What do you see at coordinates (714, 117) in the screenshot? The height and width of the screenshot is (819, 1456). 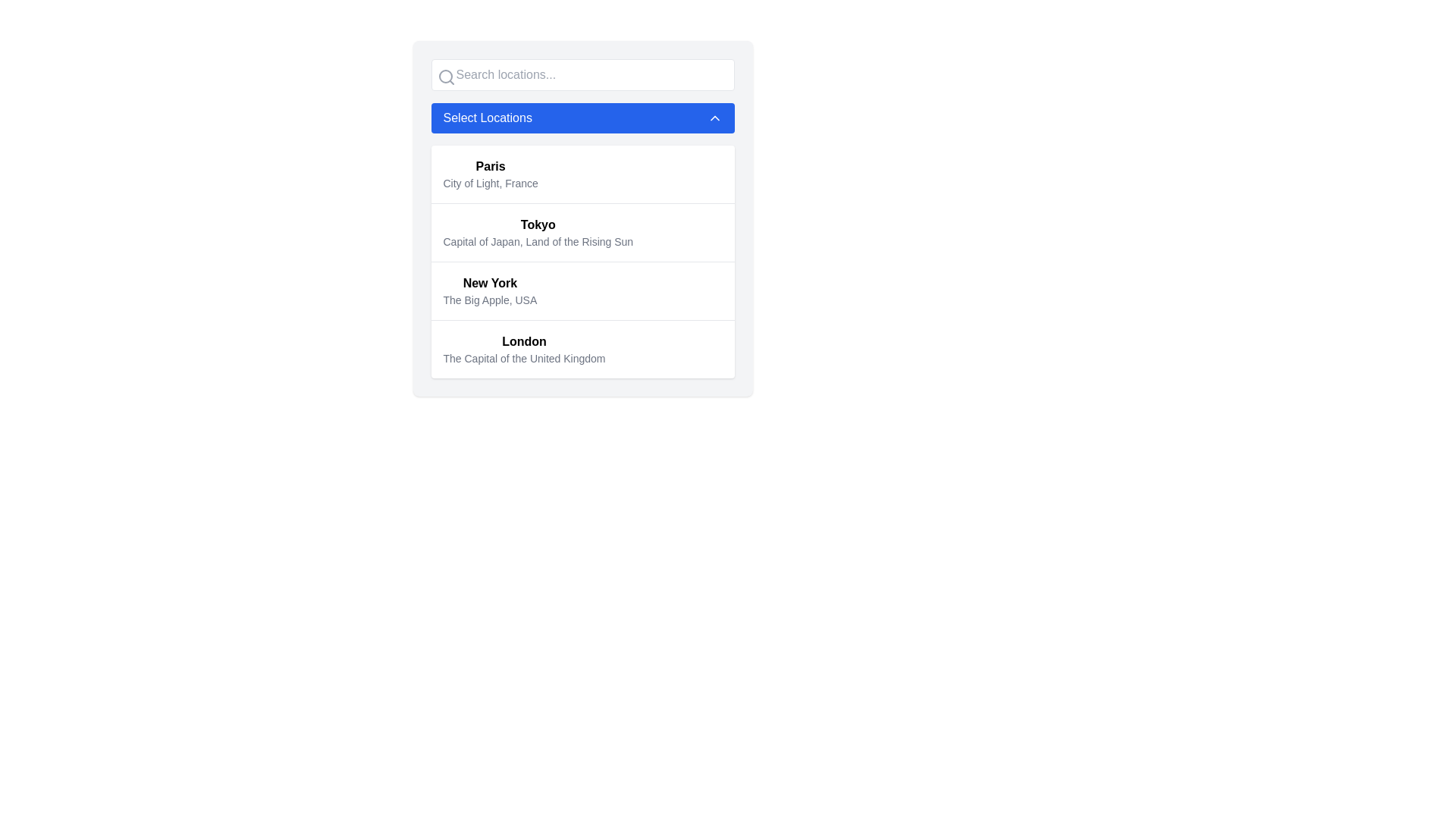 I see `the upward-pointing chevron icon button on the right edge of the 'Select Locations' bar` at bounding box center [714, 117].